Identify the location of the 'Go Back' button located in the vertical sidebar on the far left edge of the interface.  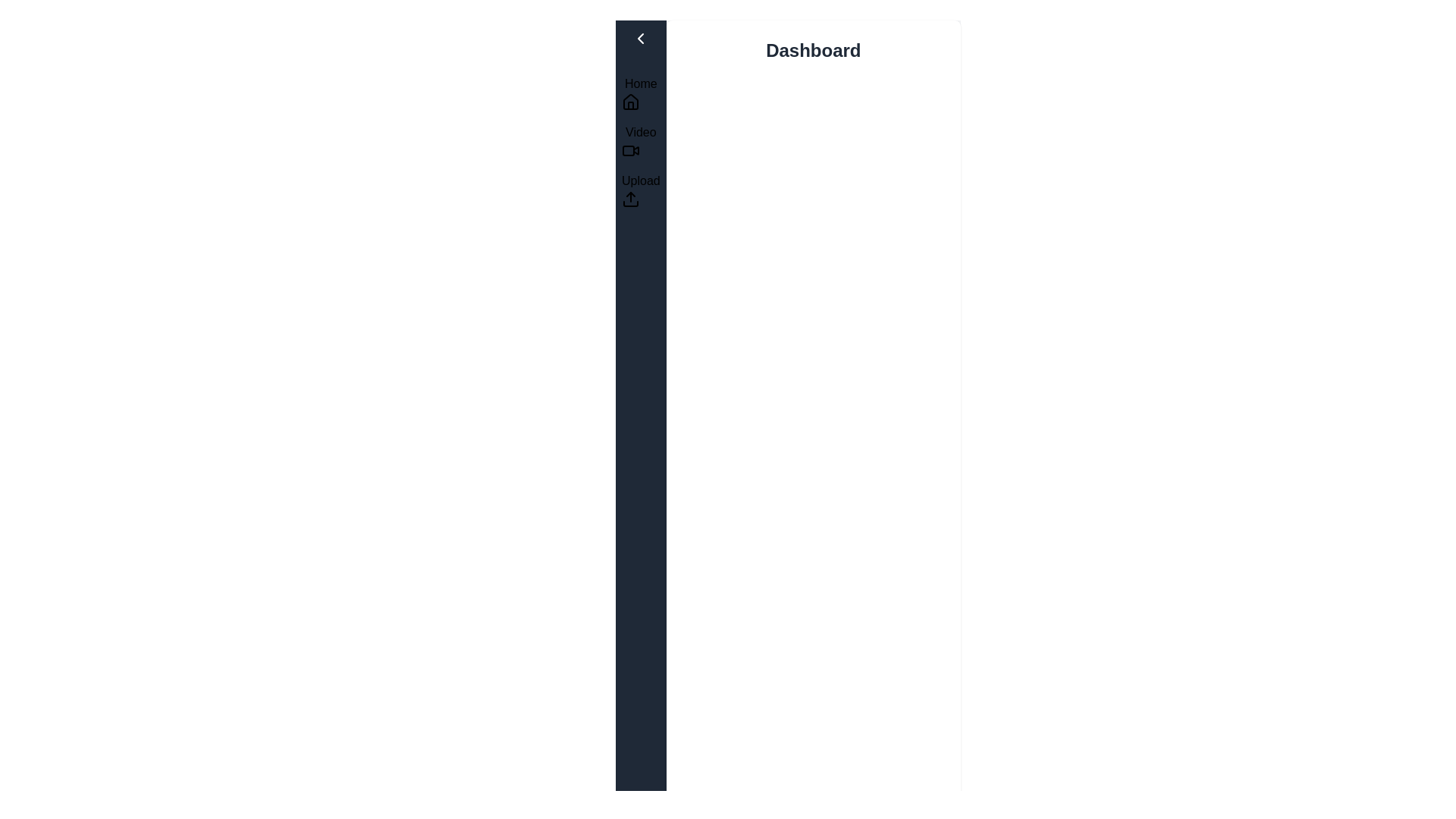
(641, 37).